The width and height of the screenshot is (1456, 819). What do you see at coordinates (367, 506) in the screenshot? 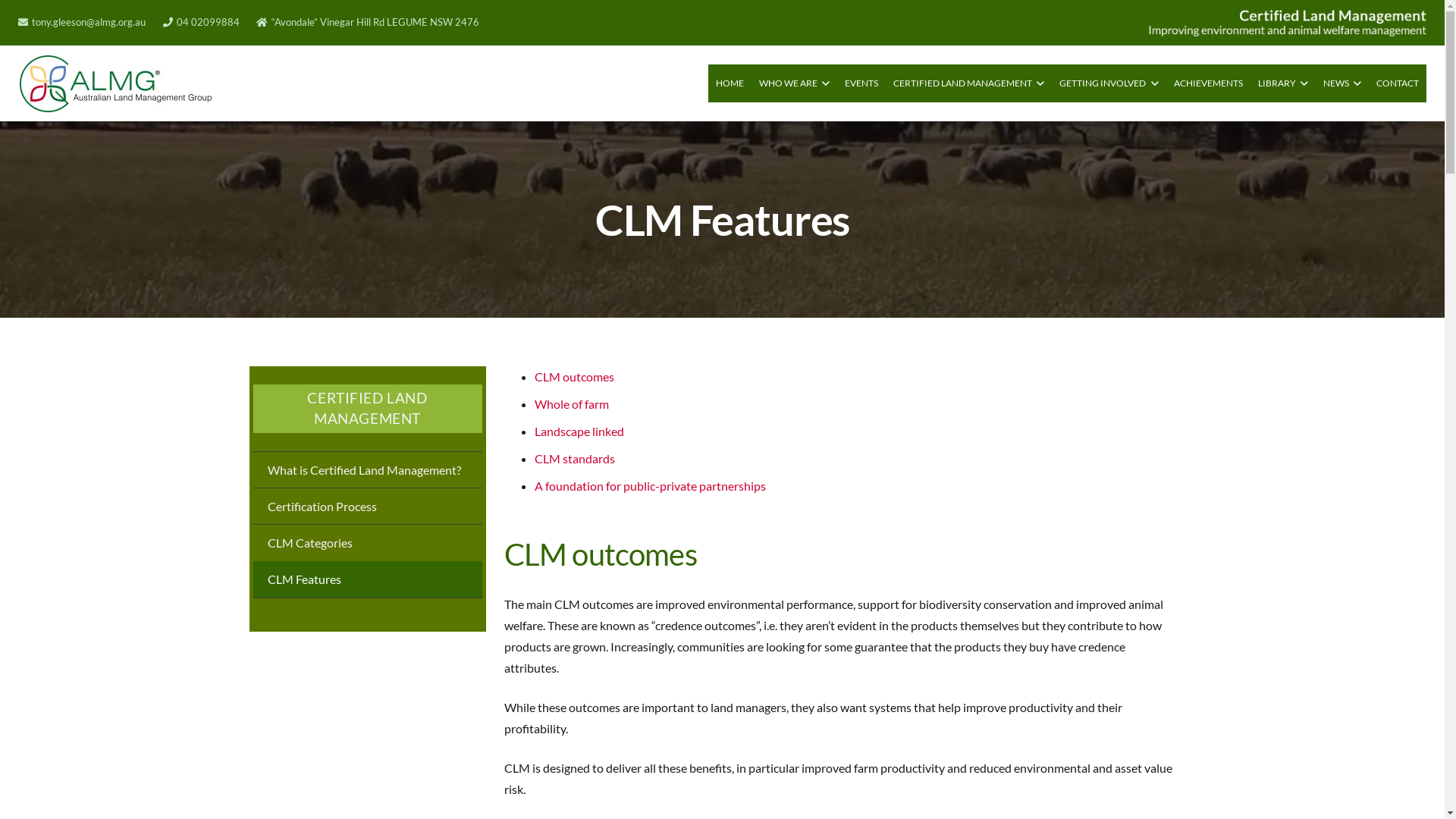
I see `'Certification Process'` at bounding box center [367, 506].